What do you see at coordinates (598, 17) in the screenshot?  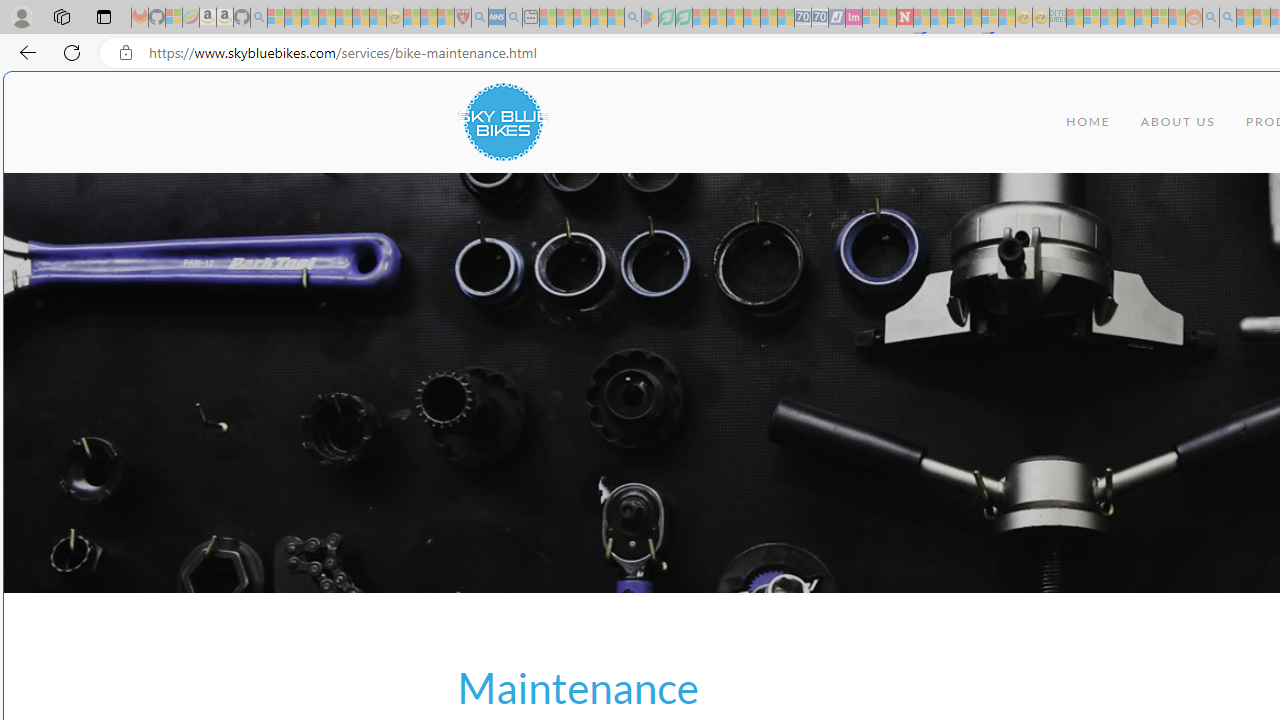 I see `'Pets - MSN - Sleeping'` at bounding box center [598, 17].